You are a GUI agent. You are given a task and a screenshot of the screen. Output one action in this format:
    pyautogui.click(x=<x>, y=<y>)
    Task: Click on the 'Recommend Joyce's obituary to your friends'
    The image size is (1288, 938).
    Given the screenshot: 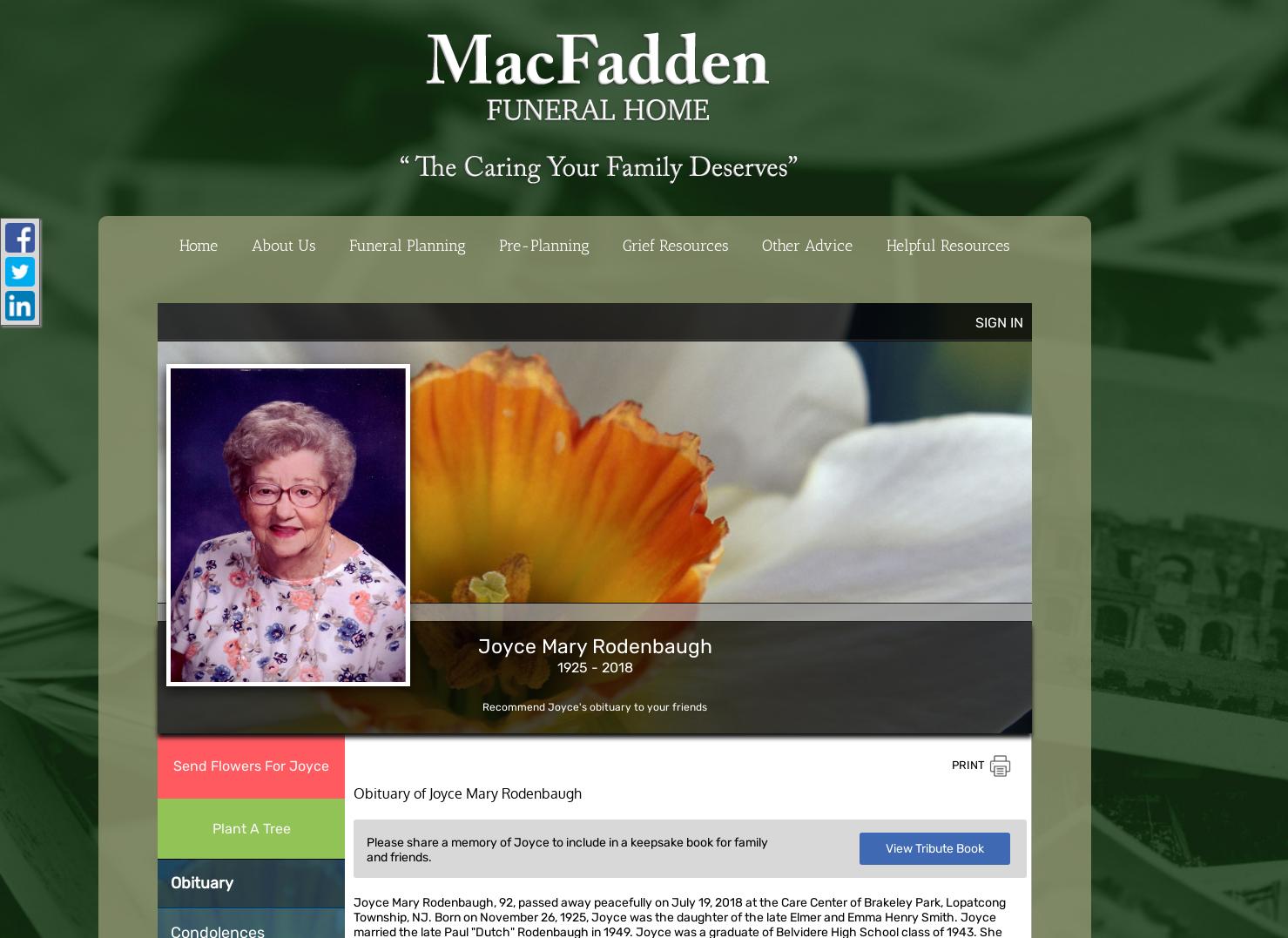 What is the action you would take?
    pyautogui.click(x=482, y=705)
    